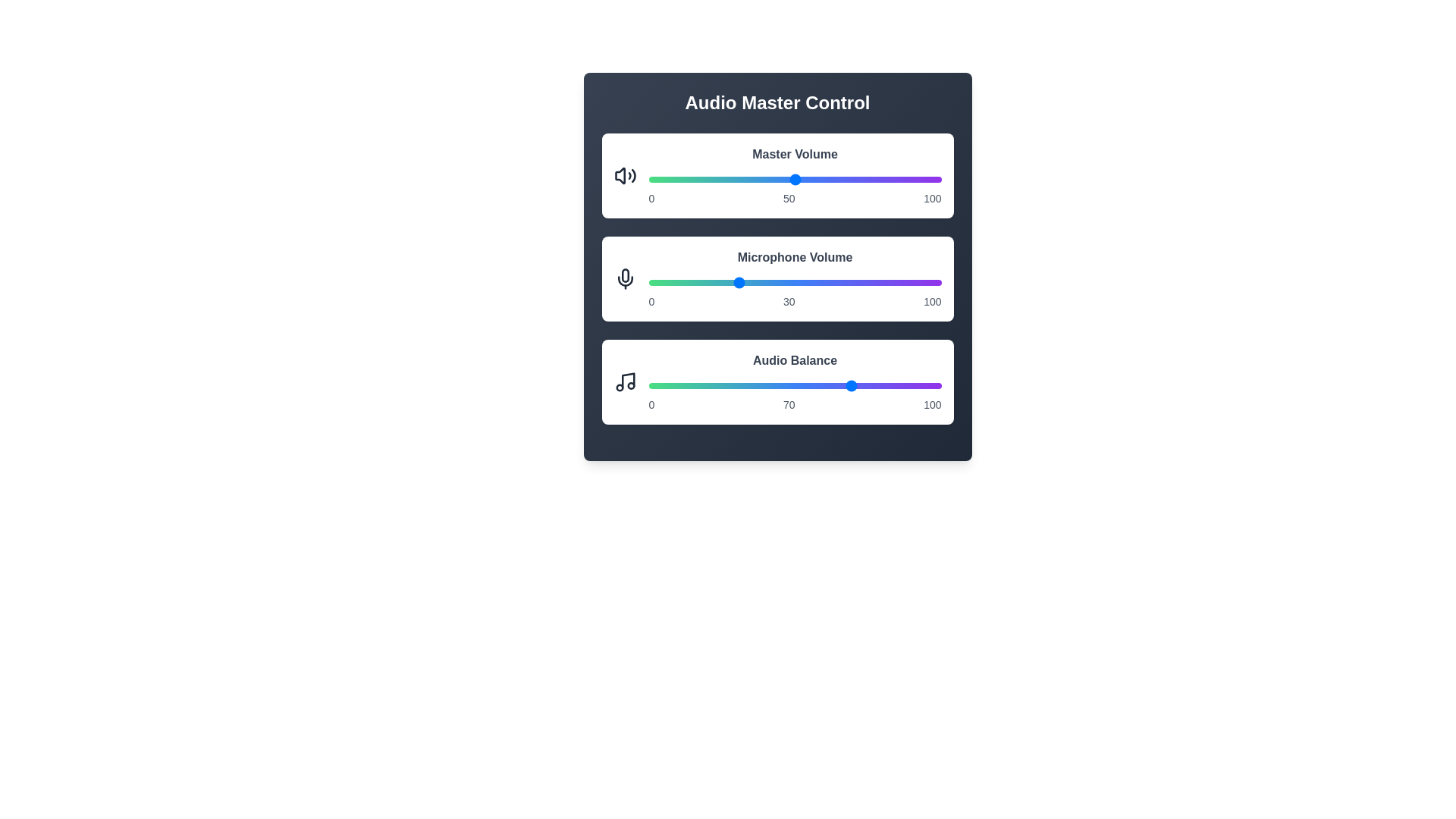  What do you see at coordinates (850, 385) in the screenshot?
I see `the Audio Balance slider to 69%` at bounding box center [850, 385].